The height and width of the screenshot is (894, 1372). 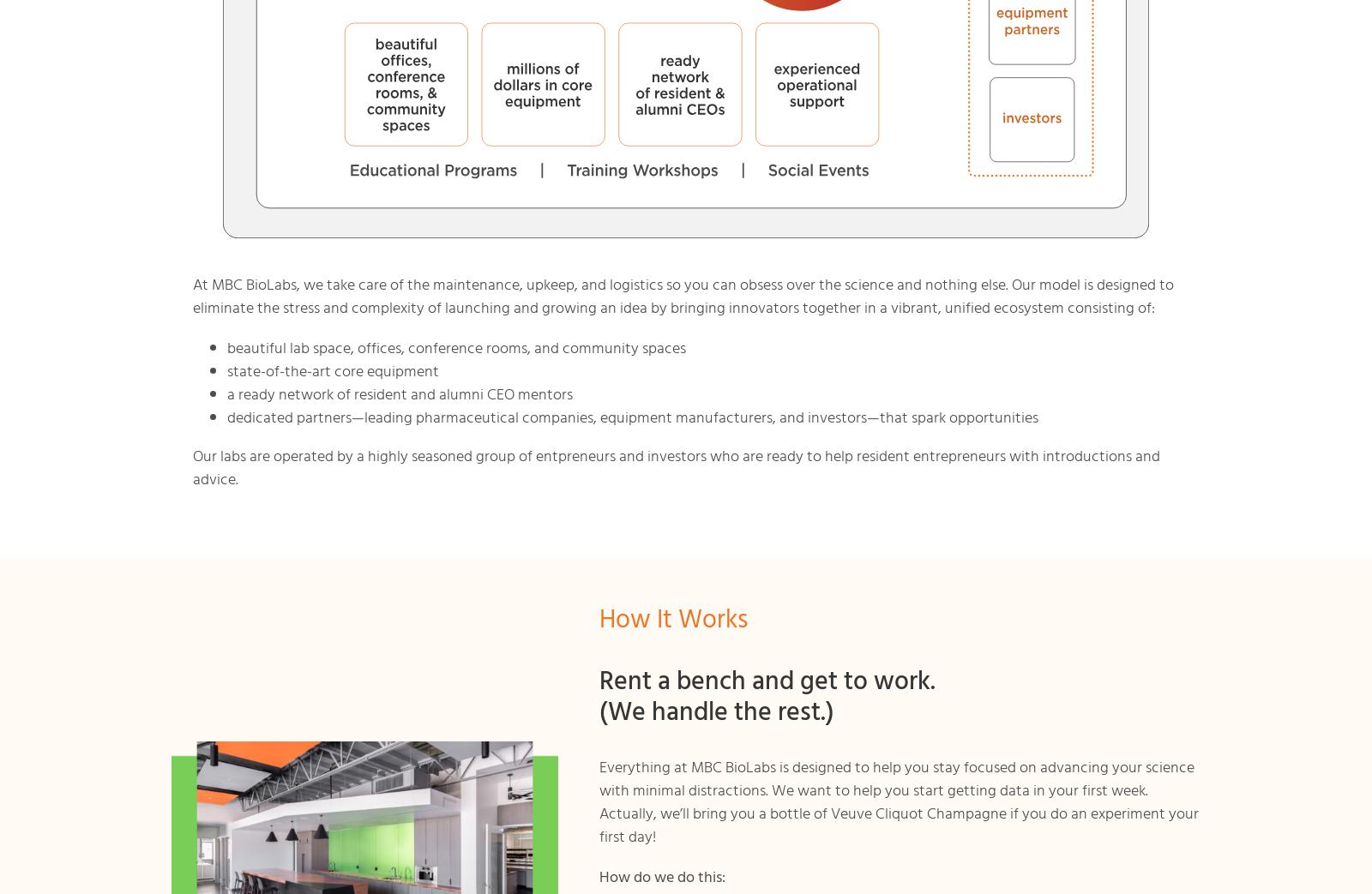 What do you see at coordinates (631, 416) in the screenshot?
I see `'dedicated partners—leading pharmaceutical companies, equipment manufacturers, and investors—that spark opportunities'` at bounding box center [631, 416].